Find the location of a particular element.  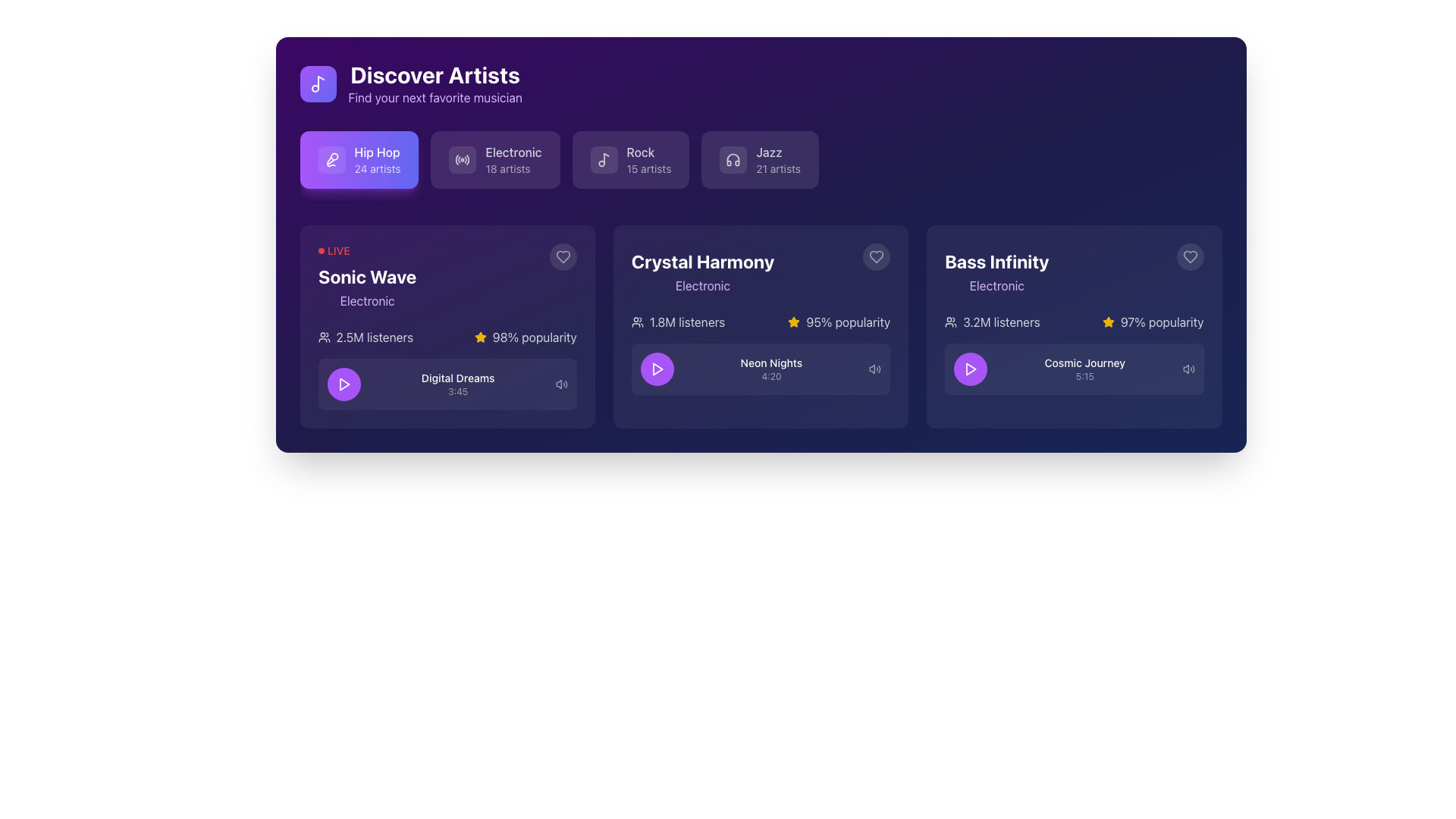

the text label displaying '1.8M listeners' in white font, located within the 'Crystal Harmony' card, to the left of the '95% popularity' statistic and under the 'Electronic' genre label is located at coordinates (686, 321).